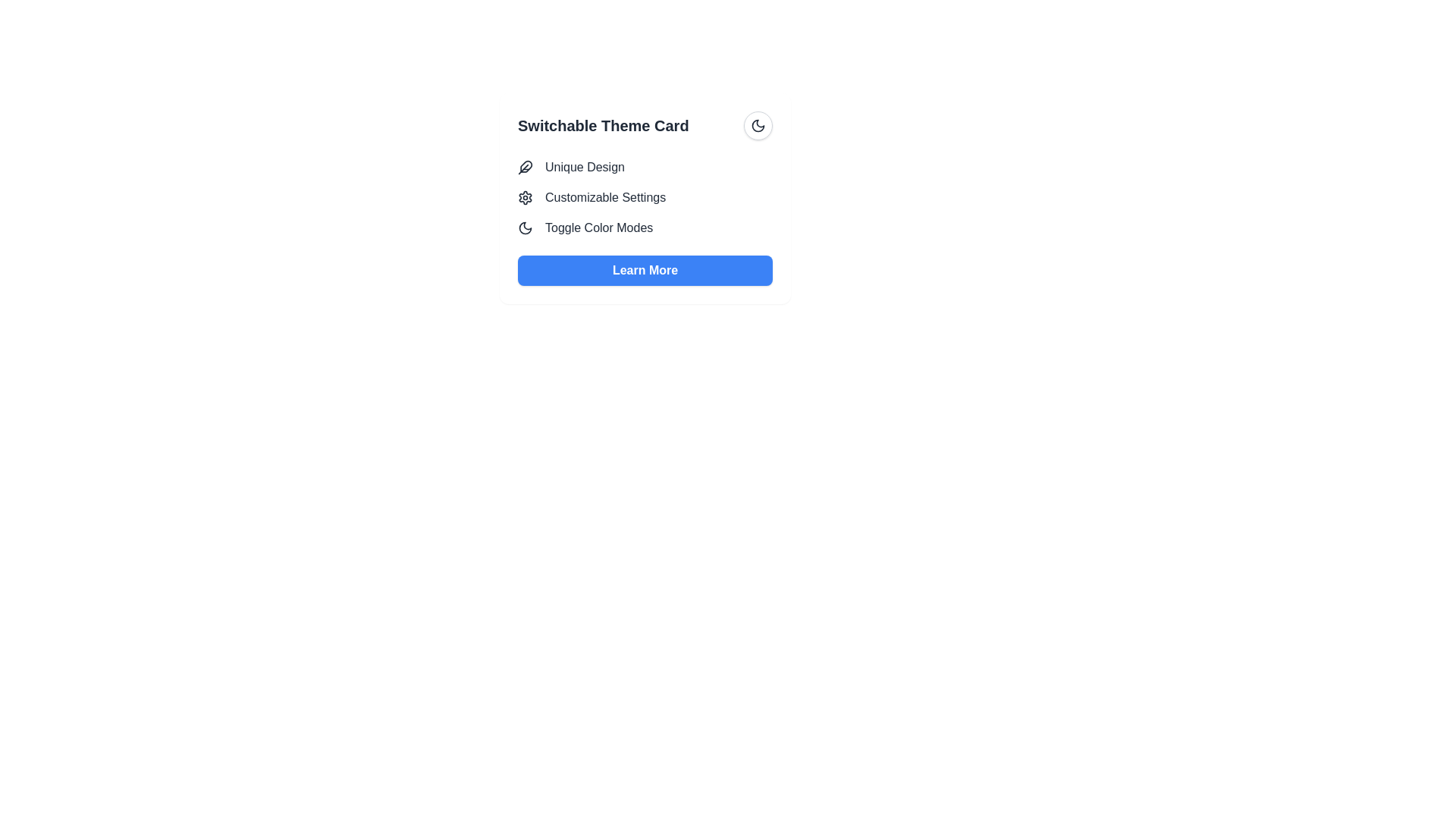 The height and width of the screenshot is (819, 1456). What do you see at coordinates (525, 167) in the screenshot?
I see `the feather icon located to the left of the text 'Unique Design' in the 'Switchable Theme Card'` at bounding box center [525, 167].